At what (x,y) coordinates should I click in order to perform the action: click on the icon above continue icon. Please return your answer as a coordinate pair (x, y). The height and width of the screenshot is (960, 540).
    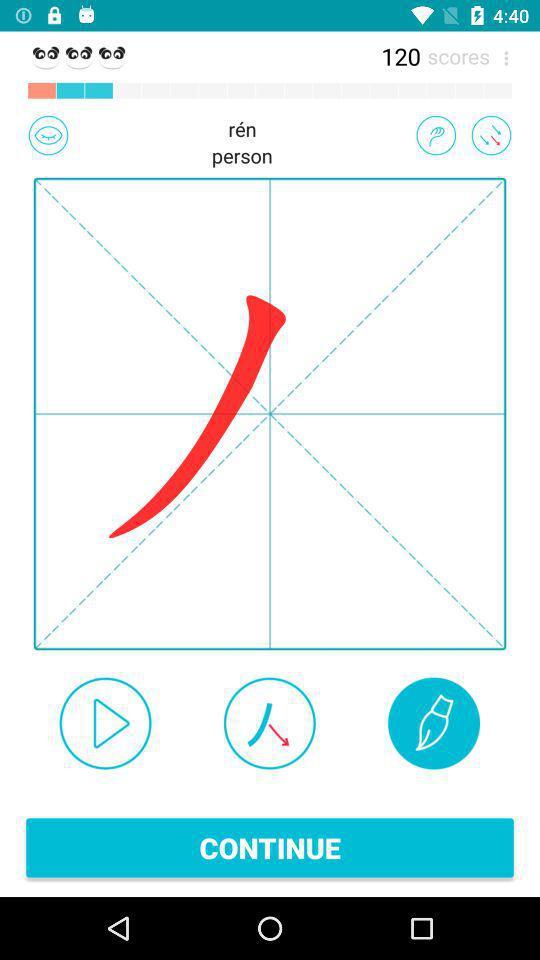
    Looking at the image, I should click on (105, 722).